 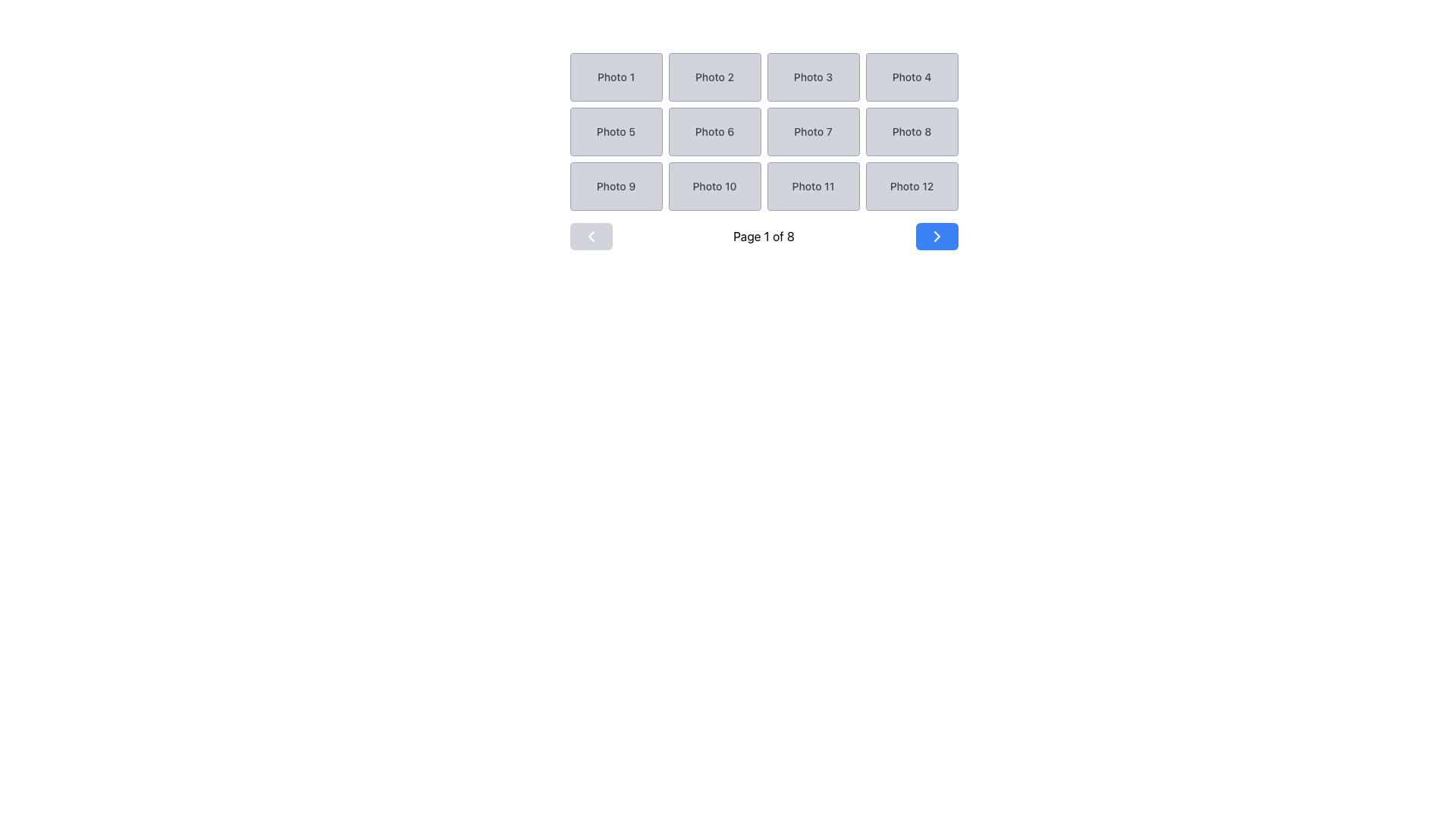 What do you see at coordinates (616, 130) in the screenshot?
I see `the photo selection button located in the first column of the second row, positioned between 'Photo 4' and 'Photo 6'` at bounding box center [616, 130].